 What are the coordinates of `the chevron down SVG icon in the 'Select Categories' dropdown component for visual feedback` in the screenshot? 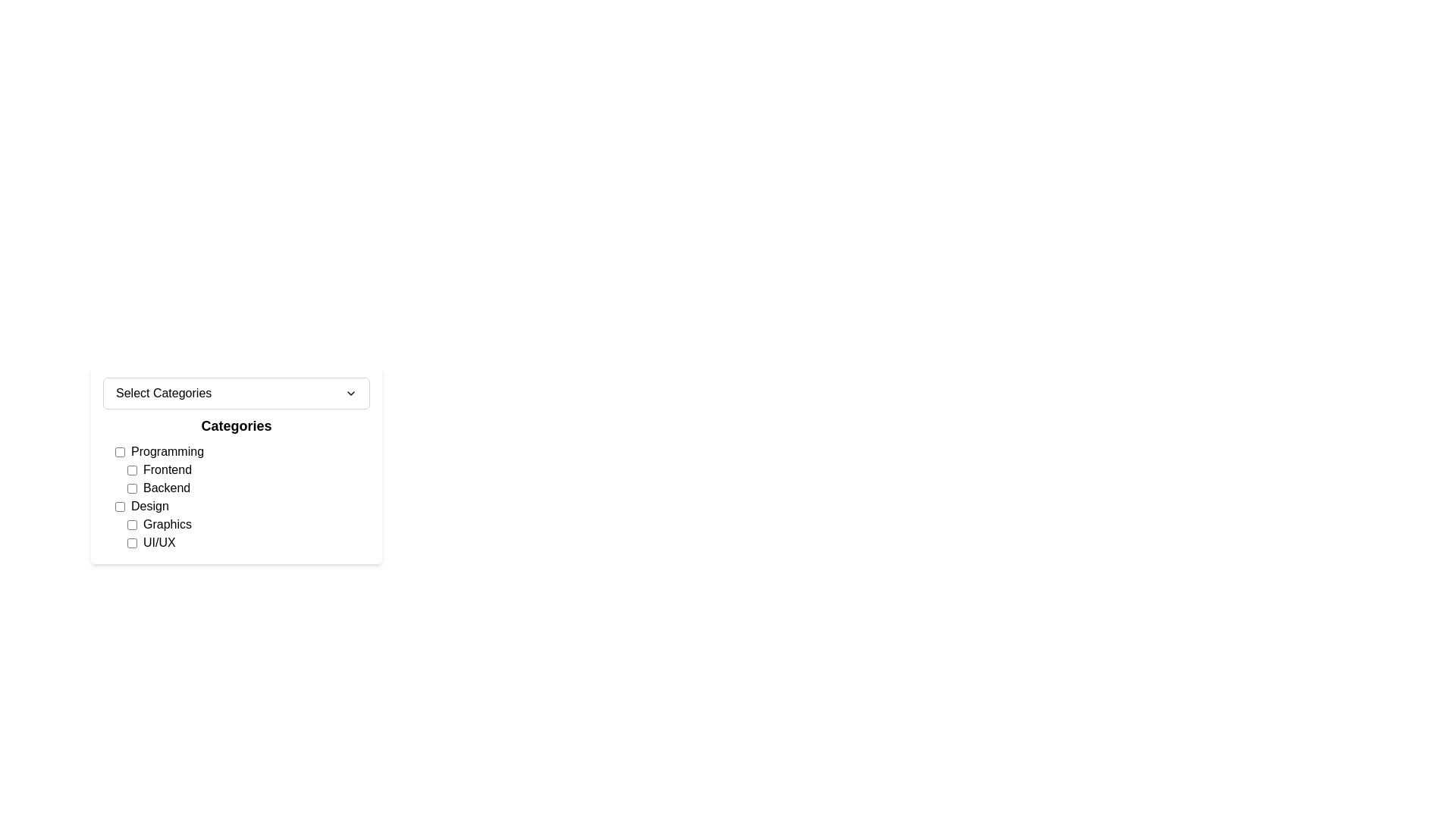 It's located at (350, 393).